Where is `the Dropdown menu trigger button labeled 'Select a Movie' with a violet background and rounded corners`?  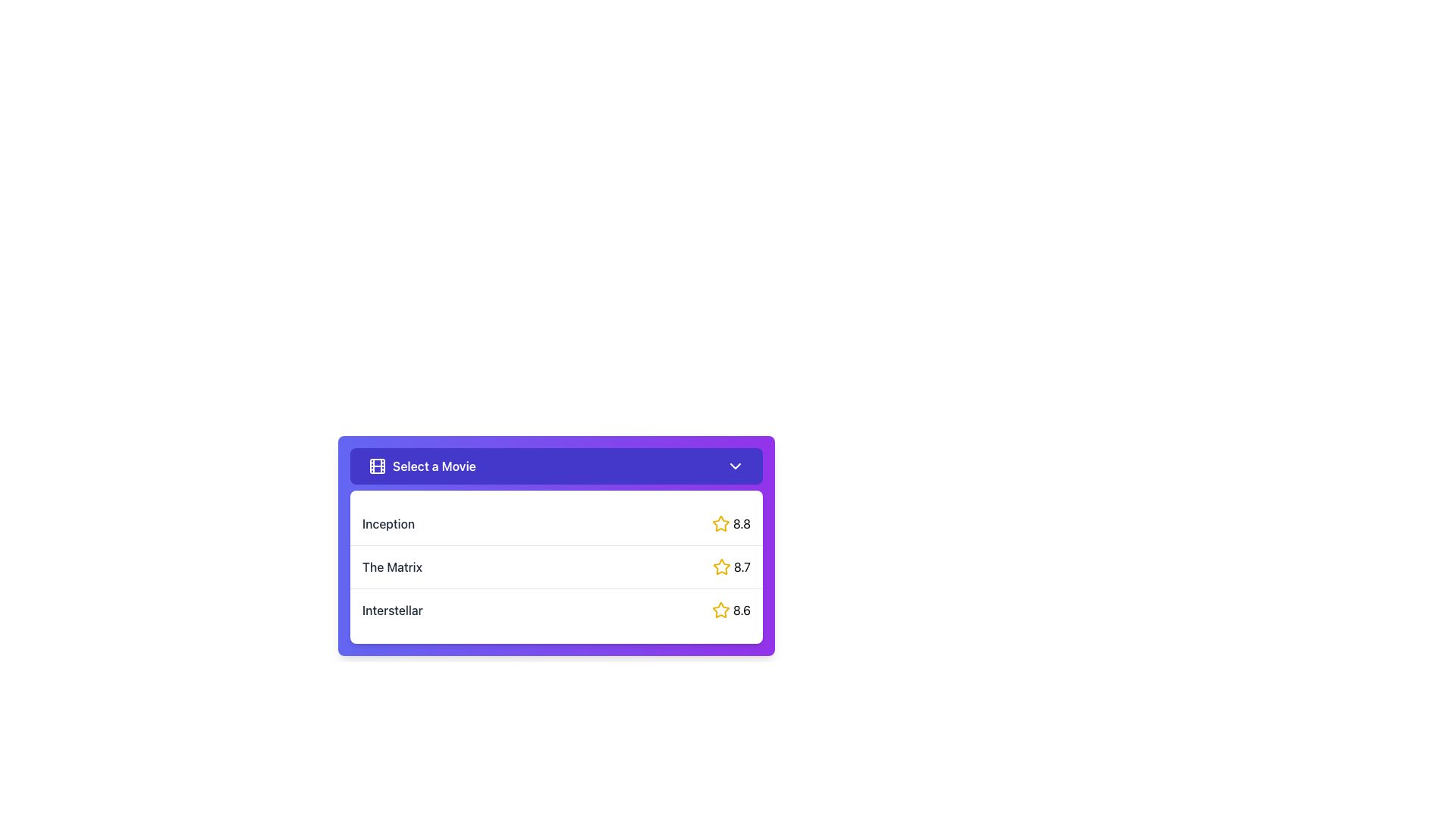 the Dropdown menu trigger button labeled 'Select a Movie' with a violet background and rounded corners is located at coordinates (556, 465).